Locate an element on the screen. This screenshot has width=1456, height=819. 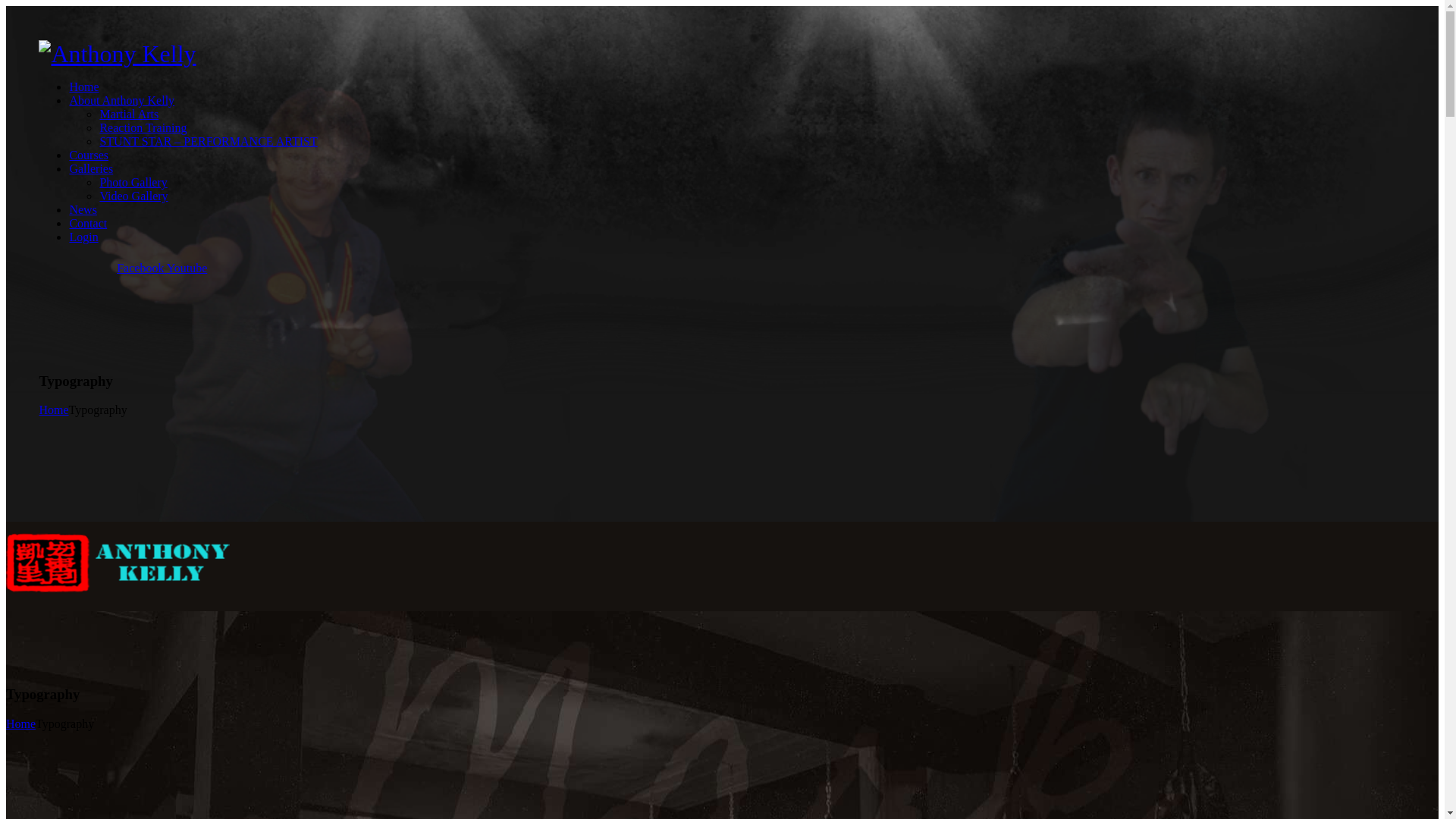
'Home' is located at coordinates (83, 86).